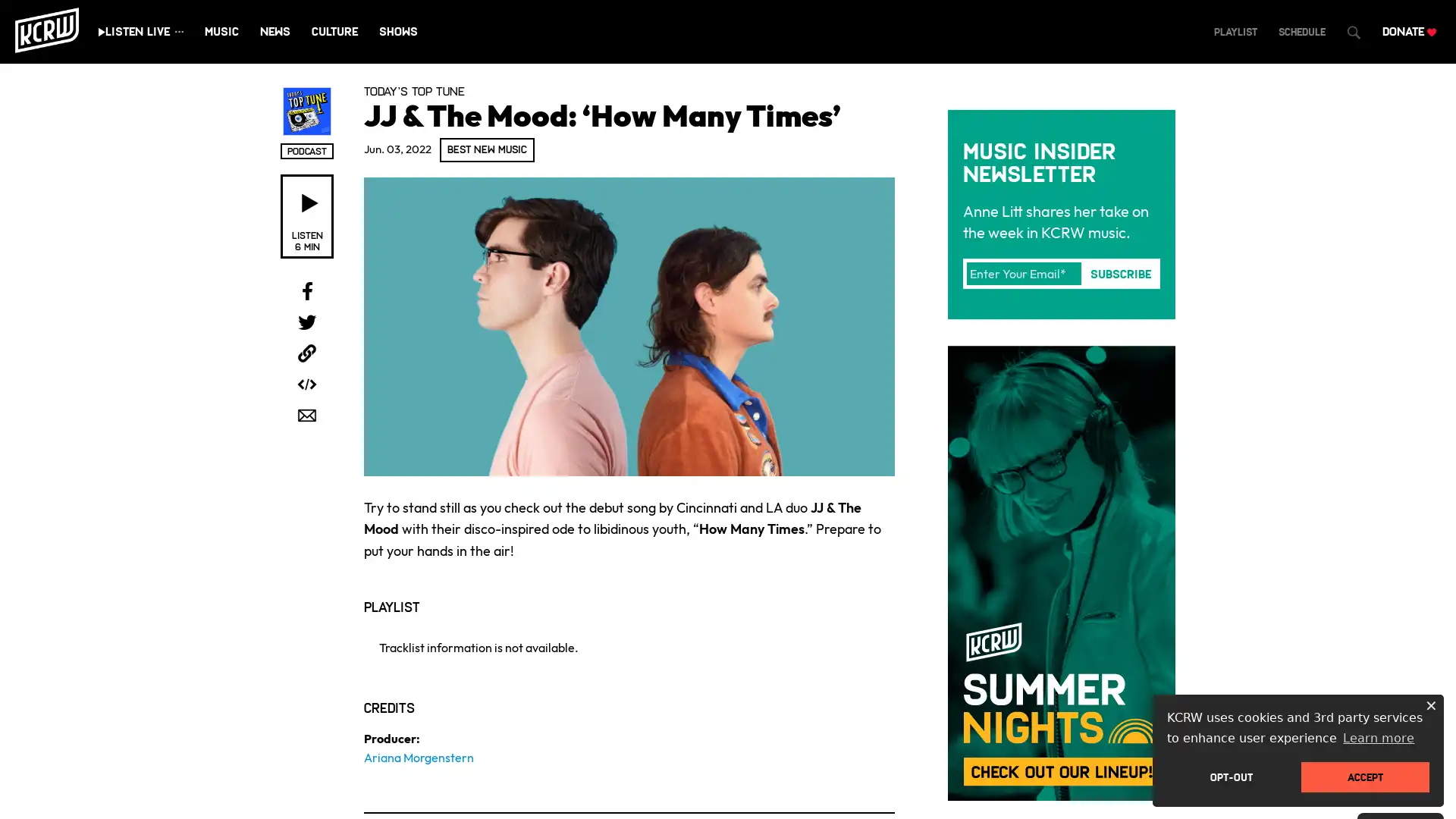  Describe the element at coordinates (306, 383) in the screenshot. I see `Open sharing and embed overlay` at that location.